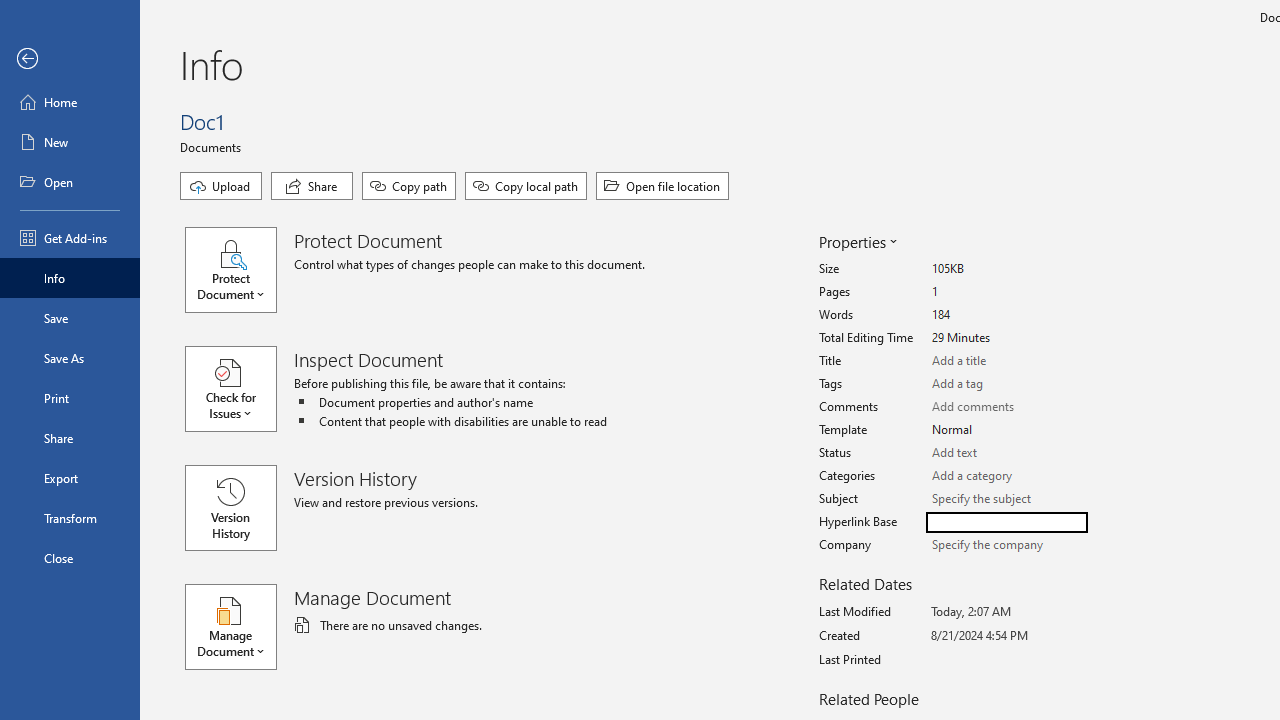 This screenshot has height=720, width=1280. Describe the element at coordinates (213, 145) in the screenshot. I see `'Documents'` at that location.